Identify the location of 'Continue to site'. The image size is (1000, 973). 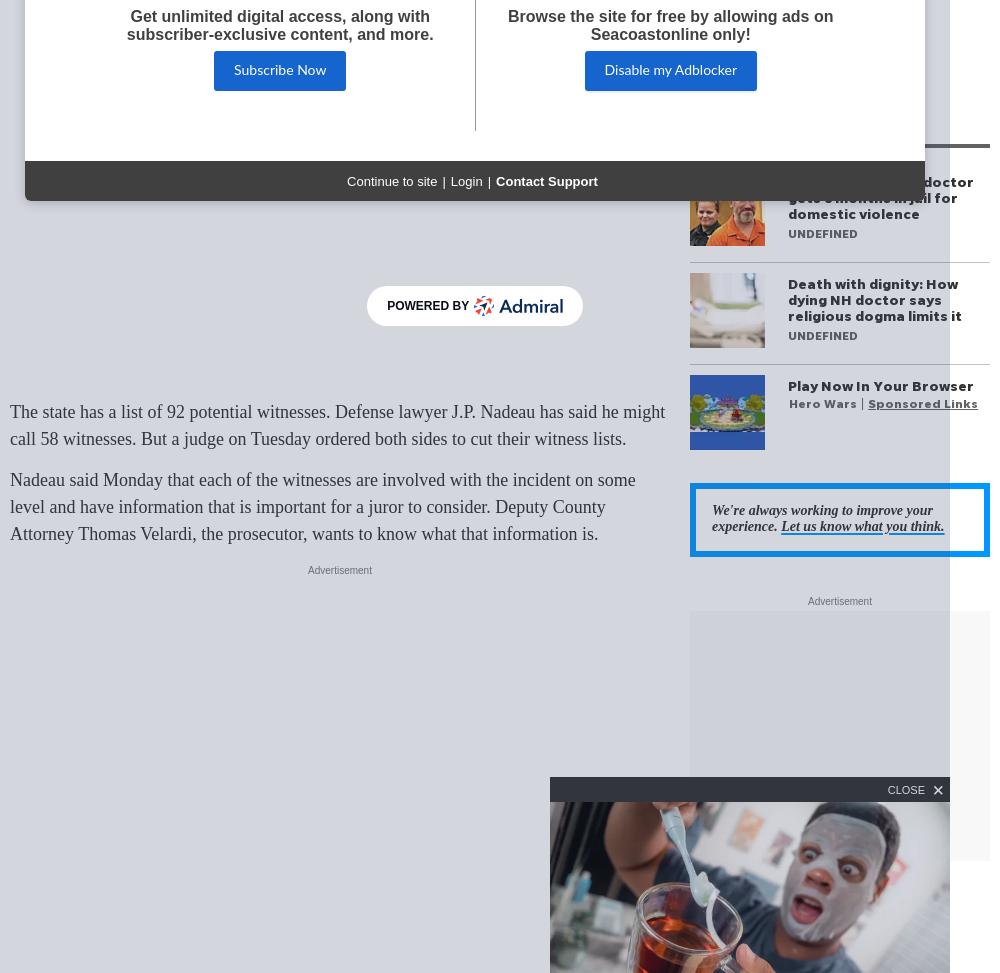
(392, 180).